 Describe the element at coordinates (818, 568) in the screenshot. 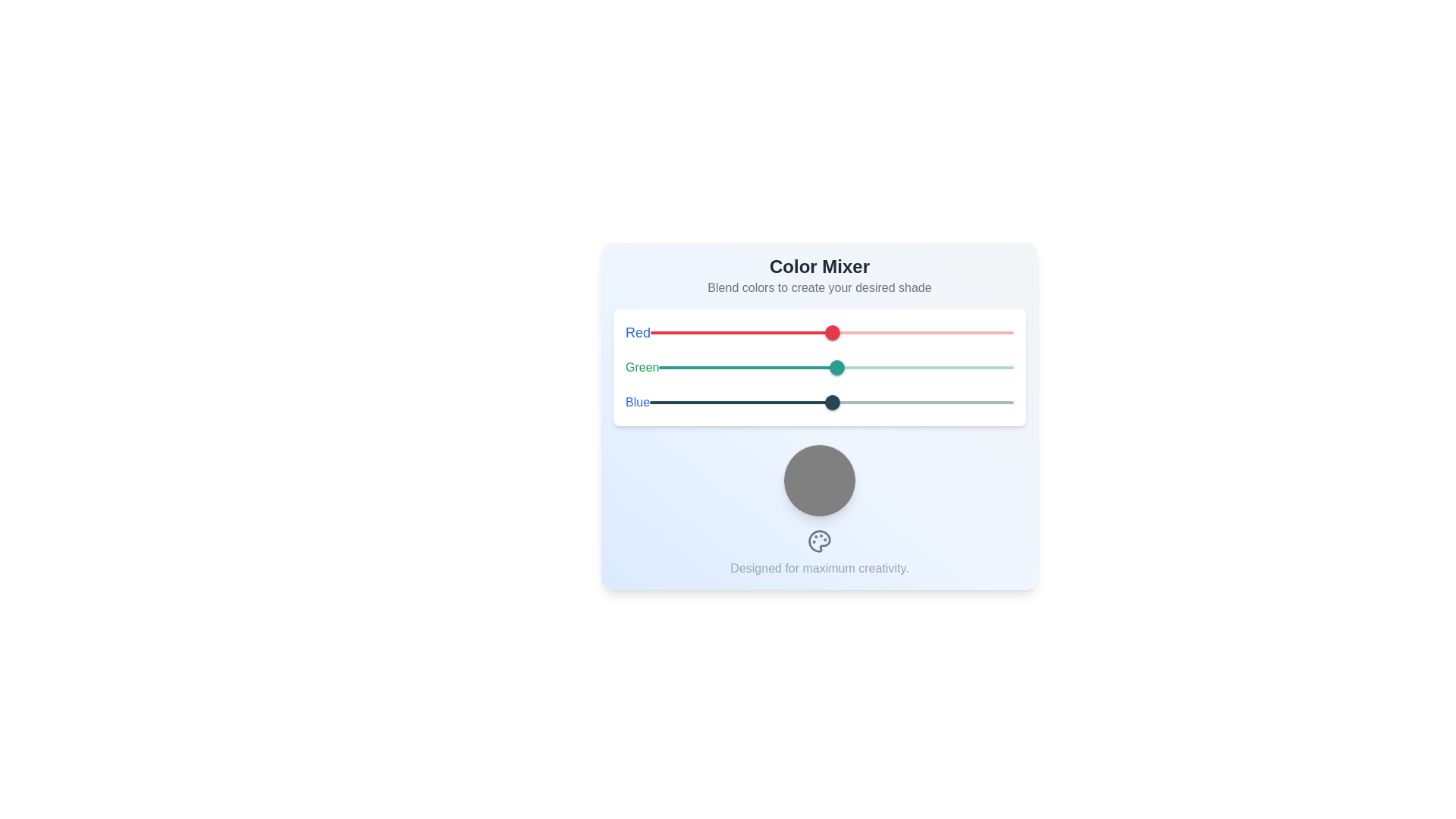

I see `the text element that reads 'Designed for maximum creativity.' which is centrally aligned and positioned below a palette icon` at that location.